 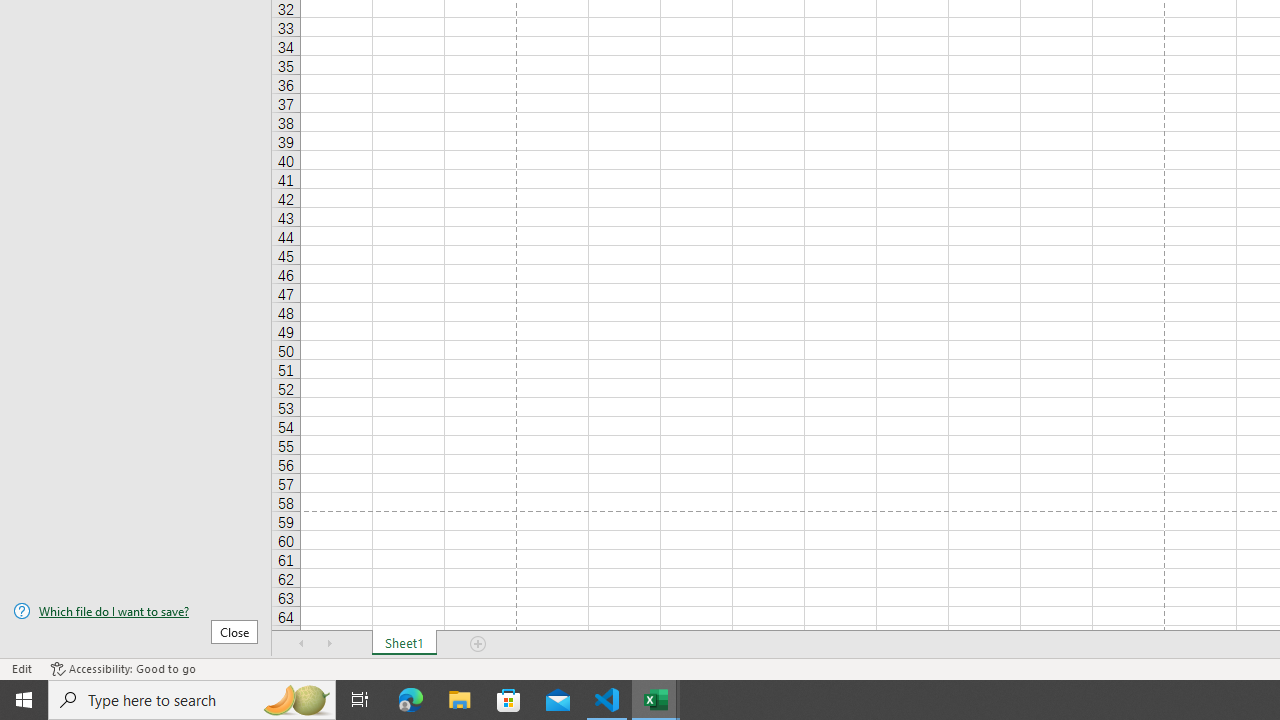 I want to click on 'Start', so click(x=24, y=698).